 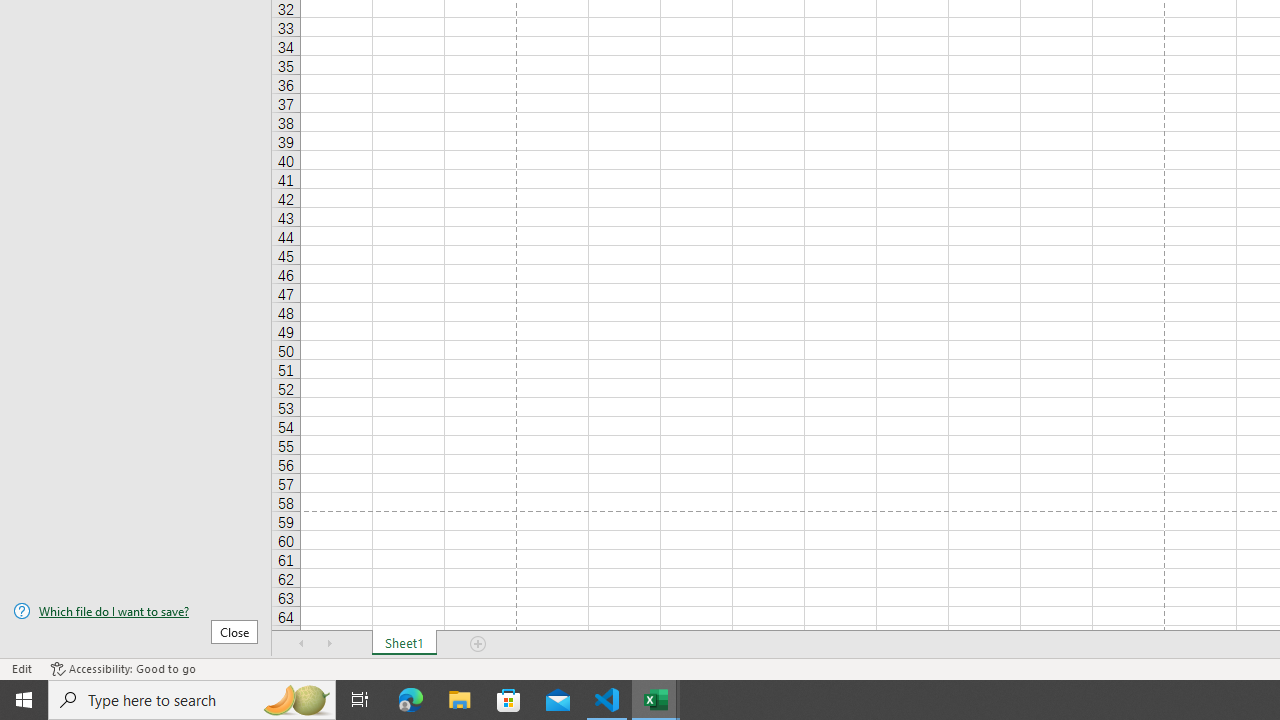 I want to click on 'Start', so click(x=24, y=698).